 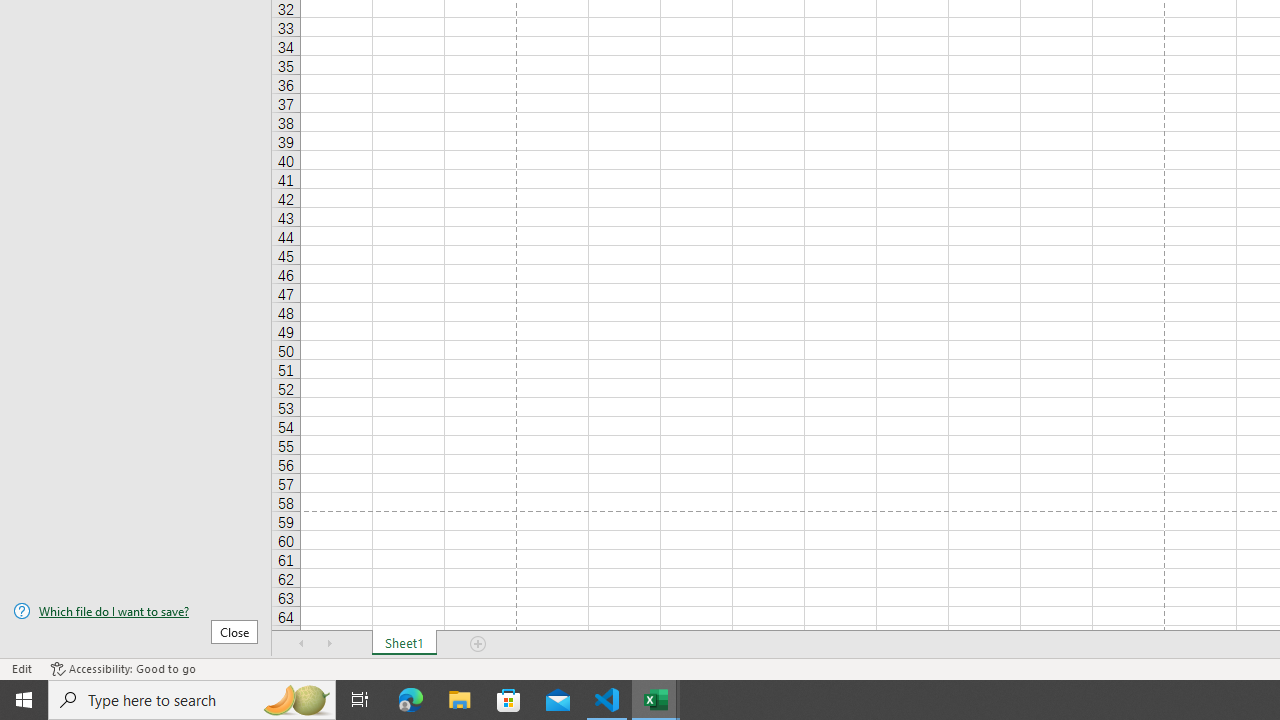 I want to click on 'Start', so click(x=24, y=698).